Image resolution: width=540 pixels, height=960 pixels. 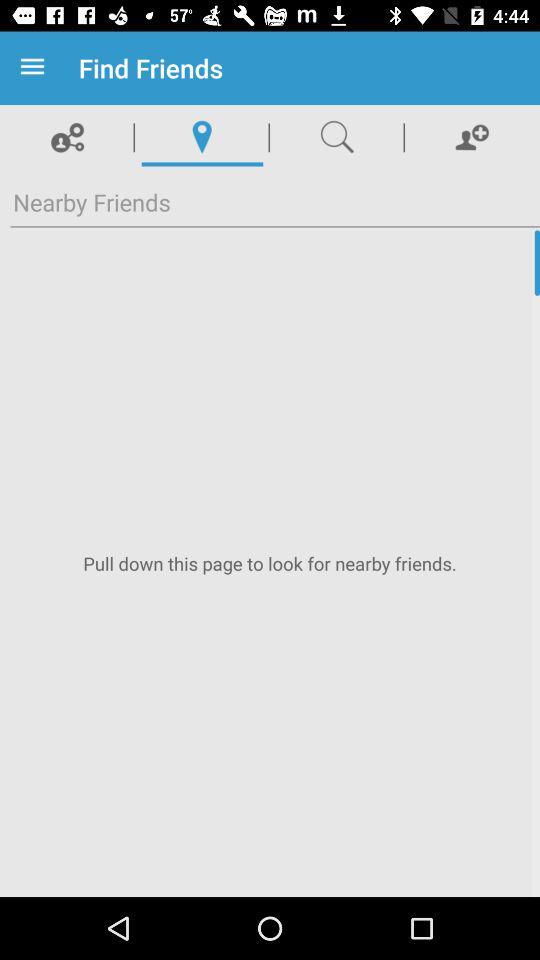 I want to click on pull page, so click(x=270, y=563).